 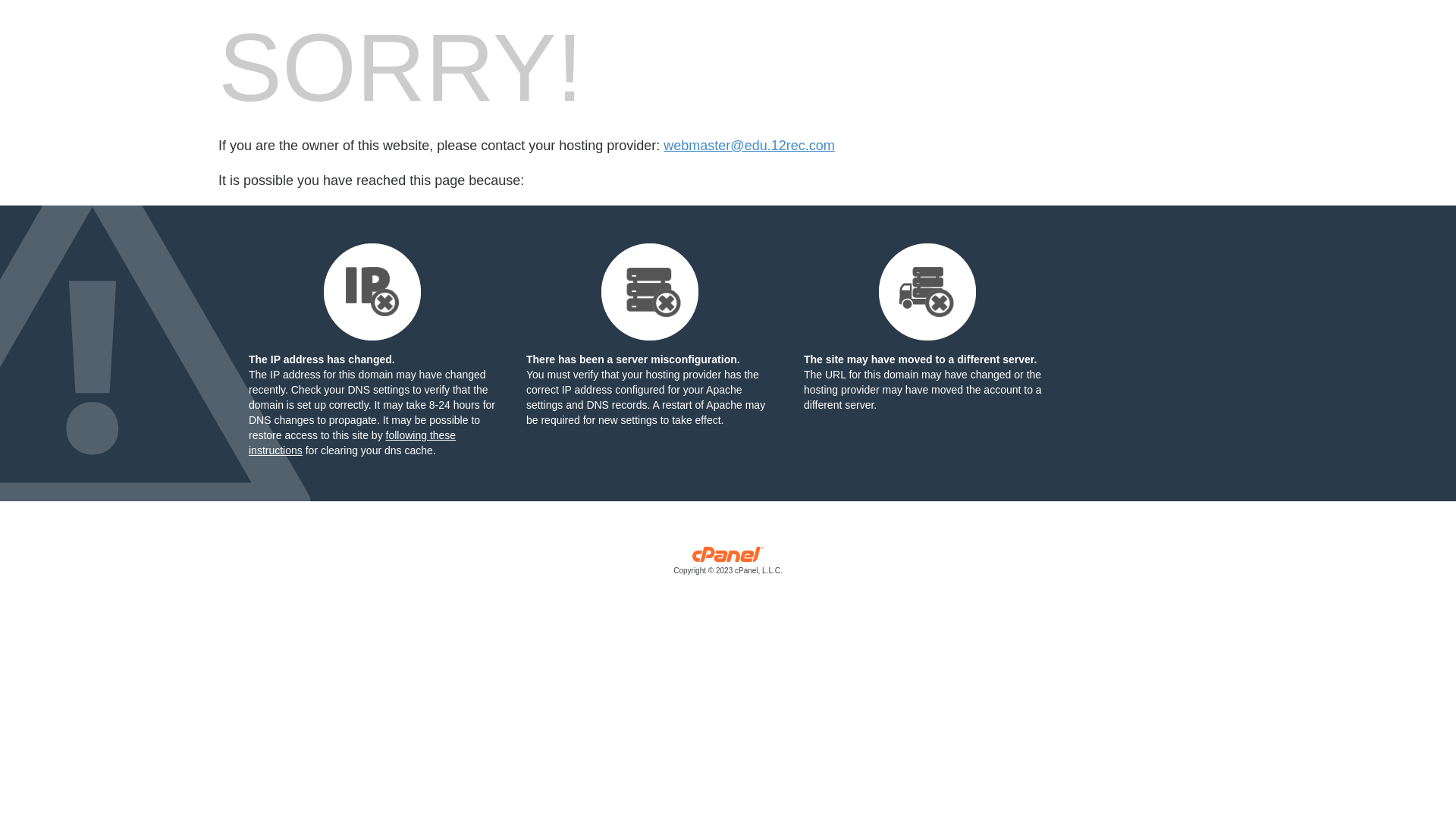 What do you see at coordinates (748, 146) in the screenshot?
I see `'webmaster@edu.12rec.com'` at bounding box center [748, 146].